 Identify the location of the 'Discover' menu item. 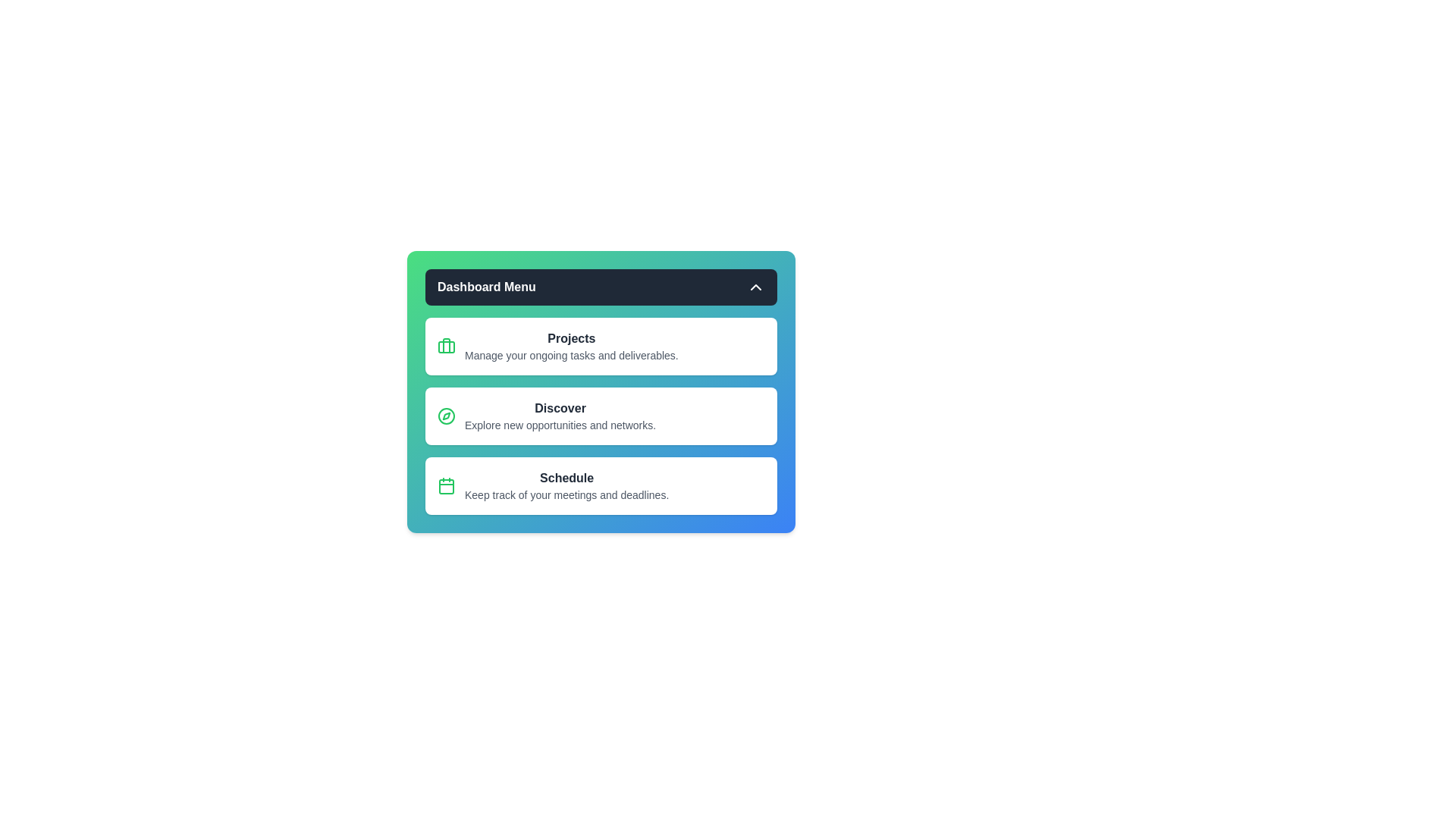
(600, 416).